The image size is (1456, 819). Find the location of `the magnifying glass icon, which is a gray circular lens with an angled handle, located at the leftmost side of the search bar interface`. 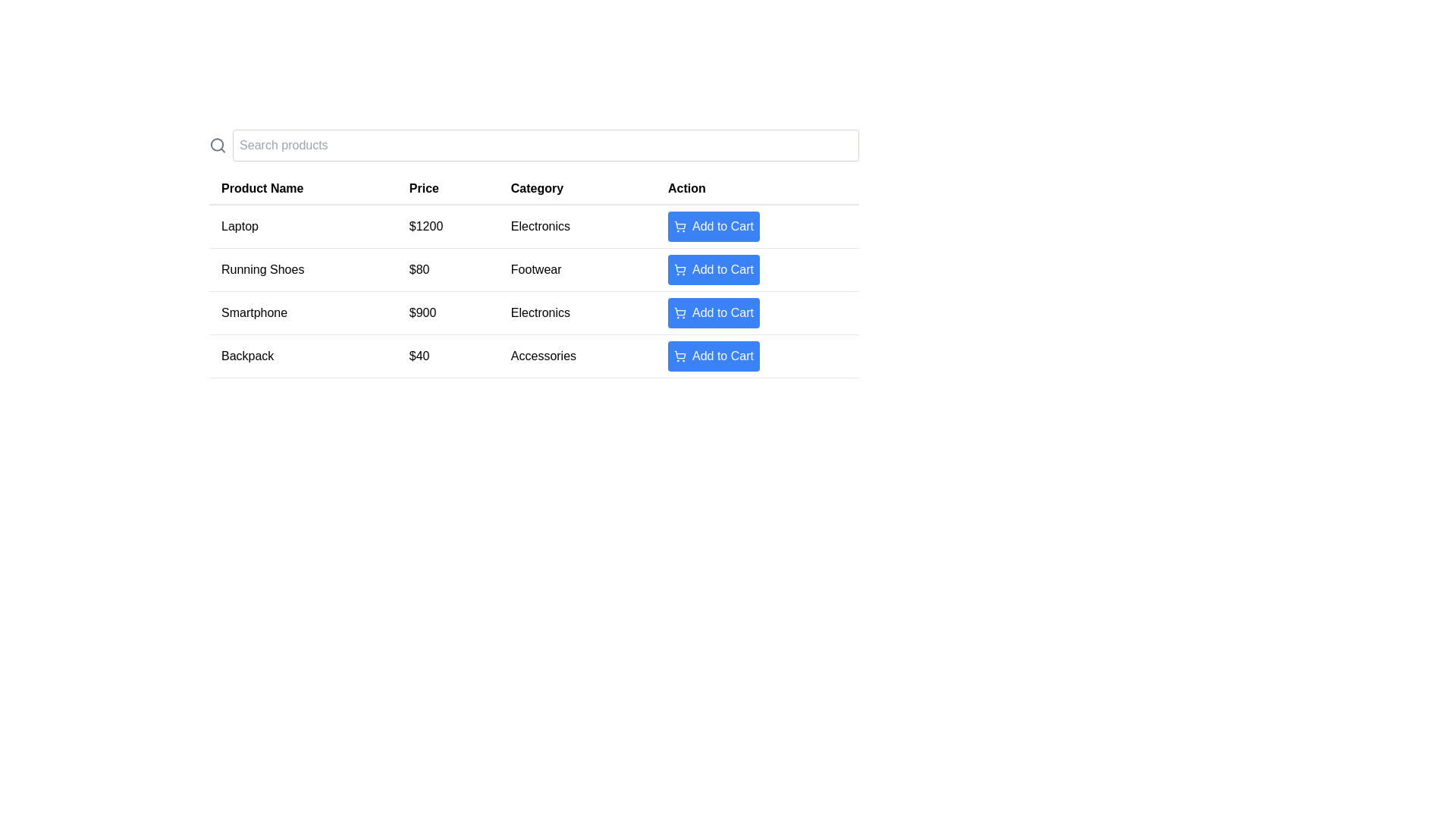

the magnifying glass icon, which is a gray circular lens with an angled handle, located at the leftmost side of the search bar interface is located at coordinates (217, 146).